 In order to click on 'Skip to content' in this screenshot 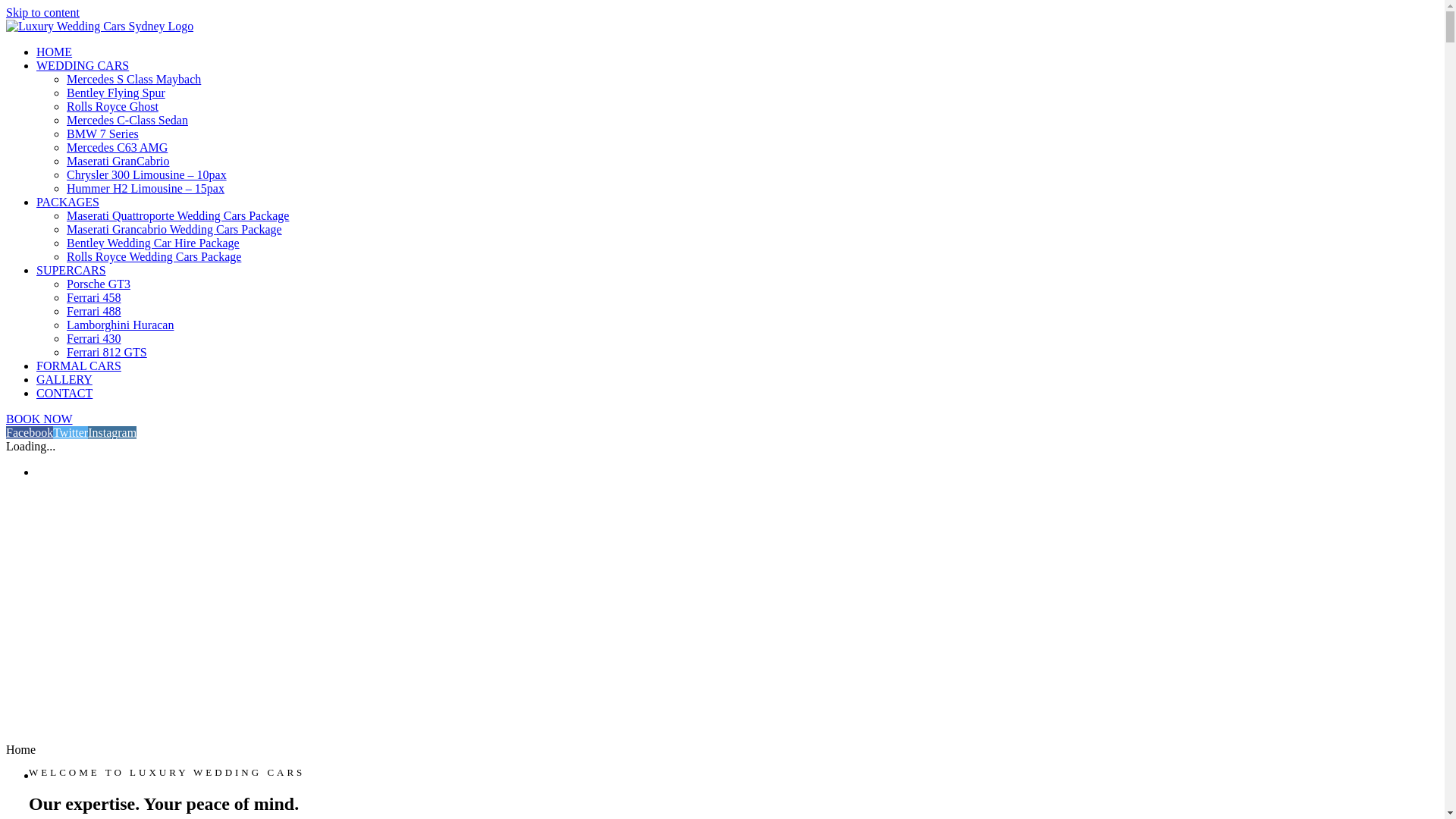, I will do `click(42, 12)`.